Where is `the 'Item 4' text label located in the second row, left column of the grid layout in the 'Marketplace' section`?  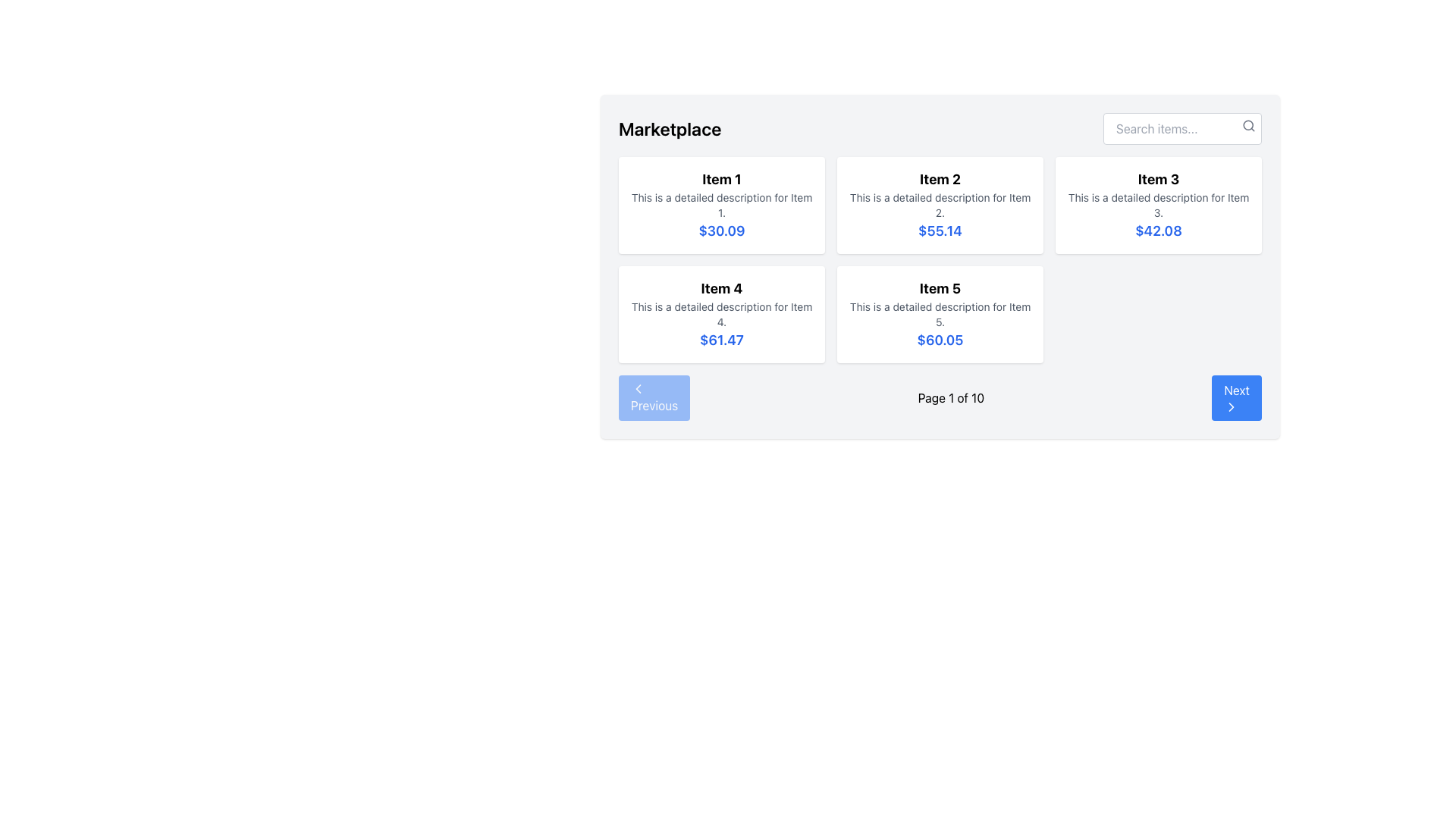
the 'Item 4' text label located in the second row, left column of the grid layout in the 'Marketplace' section is located at coordinates (720, 289).